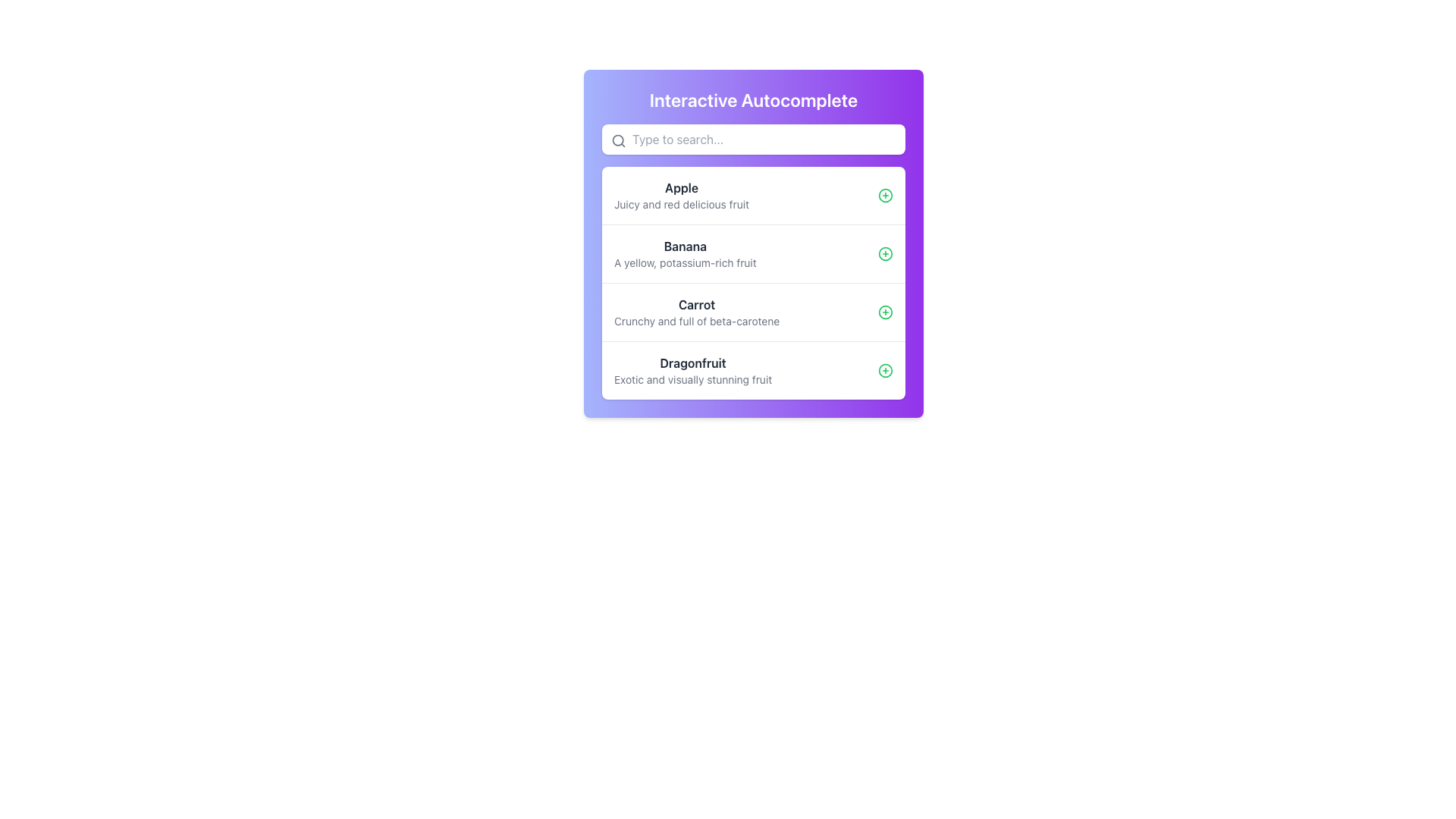  Describe the element at coordinates (684, 245) in the screenshot. I see `text label indicating the name of a fruit, located in a vertically stacked list, positioned directly below the 'Apple' entry and above the 'Carrot' entry` at that location.